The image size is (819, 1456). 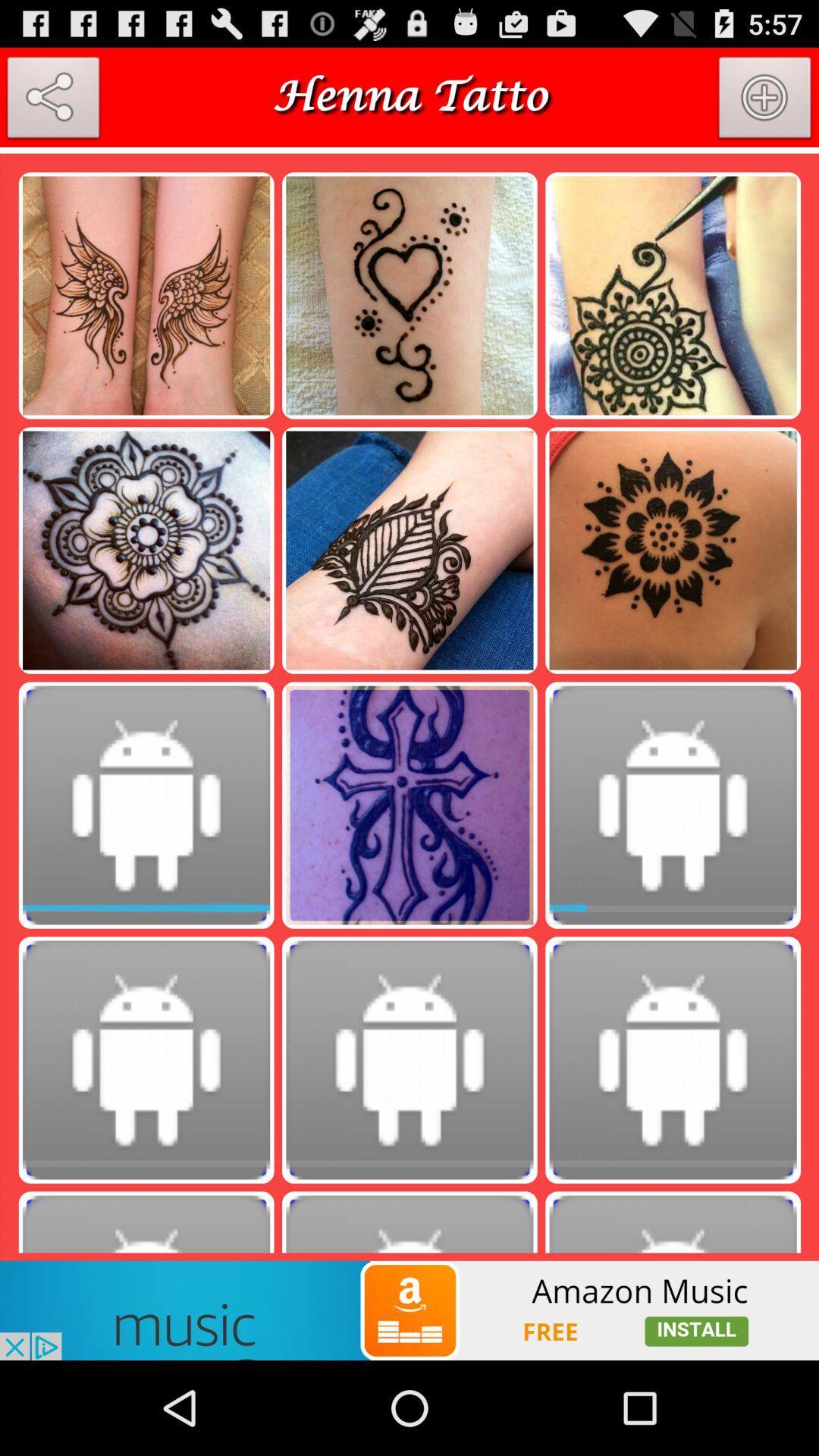 I want to click on another design, so click(x=765, y=100).